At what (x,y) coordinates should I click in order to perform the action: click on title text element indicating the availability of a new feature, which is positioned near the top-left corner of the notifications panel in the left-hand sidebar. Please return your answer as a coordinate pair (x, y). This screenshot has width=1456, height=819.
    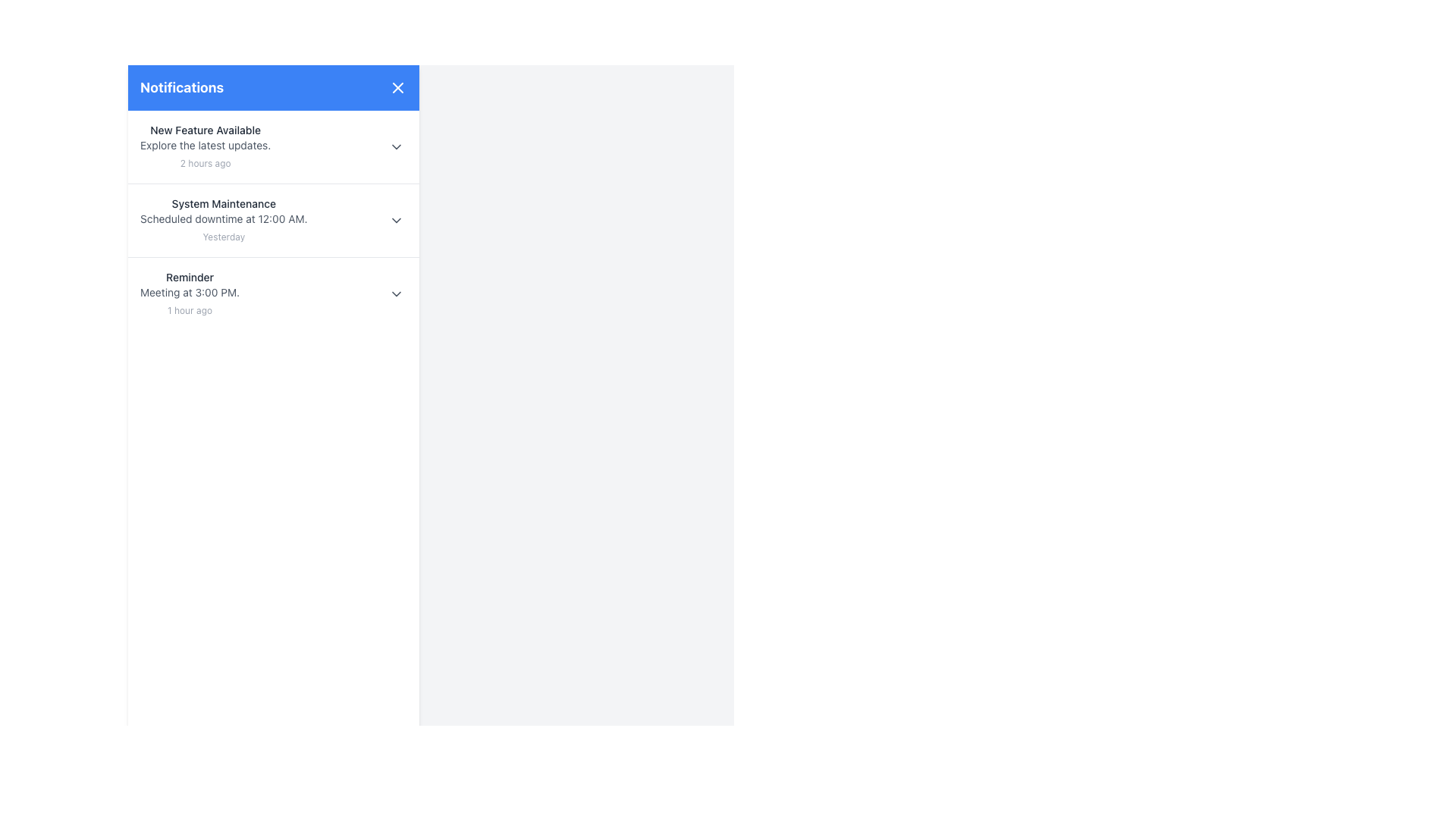
    Looking at the image, I should click on (205, 130).